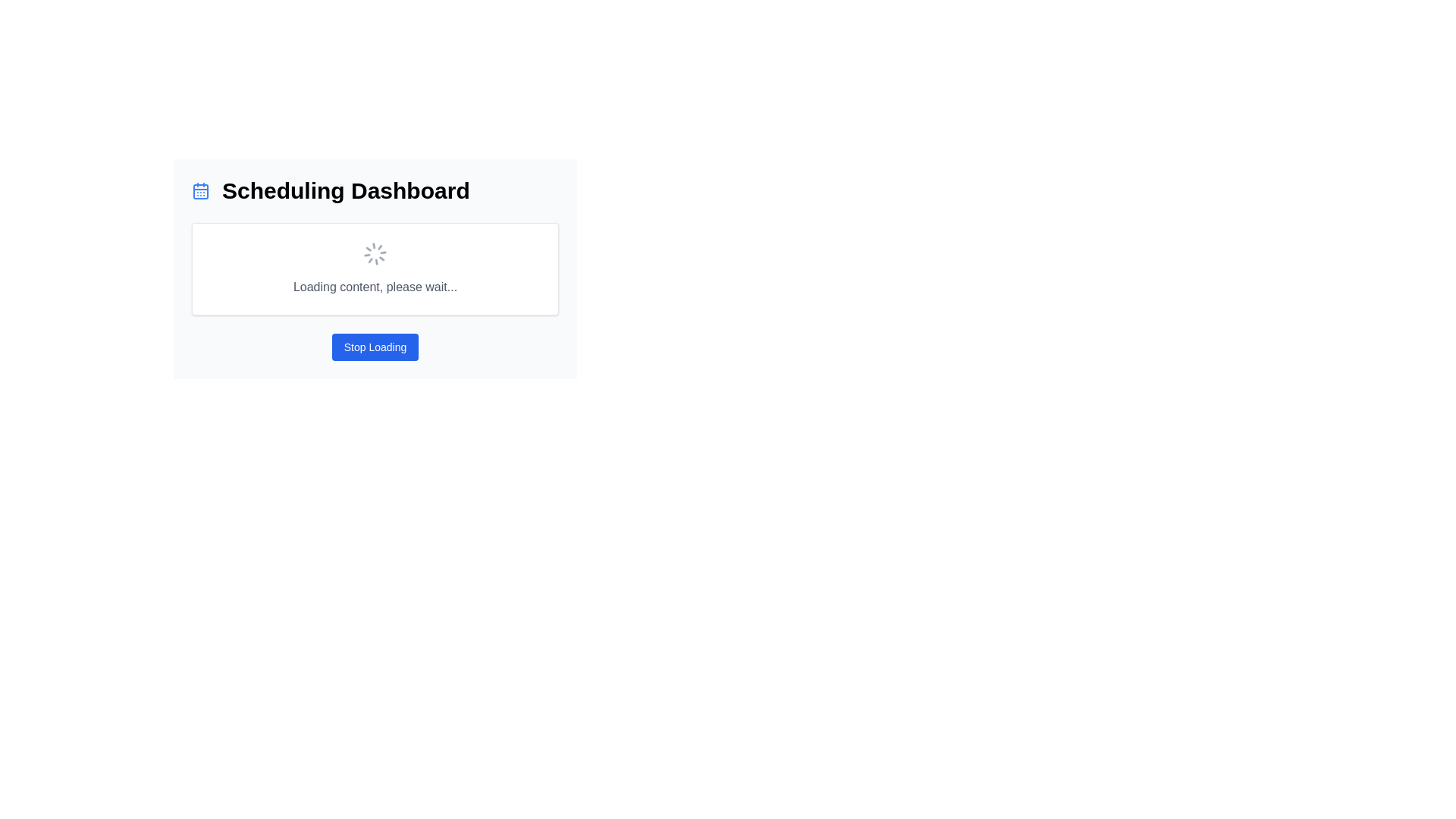 This screenshot has height=819, width=1456. Describe the element at coordinates (375, 253) in the screenshot. I see `the loading spinner animation, which is a circular gray icon with radial lines, indicating a loading state, located at the center of a dialog box` at that location.